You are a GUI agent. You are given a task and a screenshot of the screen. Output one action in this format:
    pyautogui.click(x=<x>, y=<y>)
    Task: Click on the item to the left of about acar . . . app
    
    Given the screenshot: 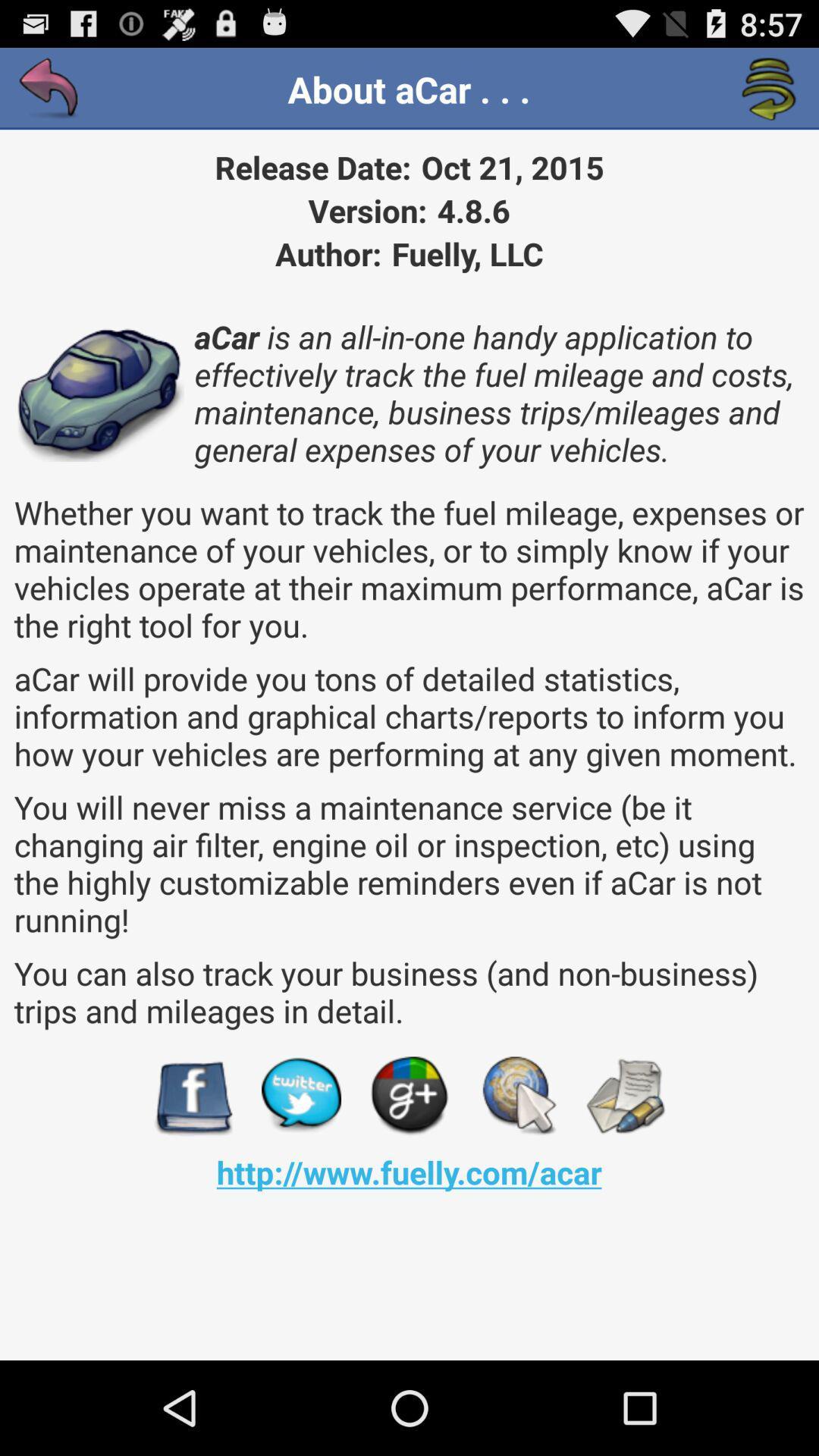 What is the action you would take?
    pyautogui.click(x=49, y=89)
    